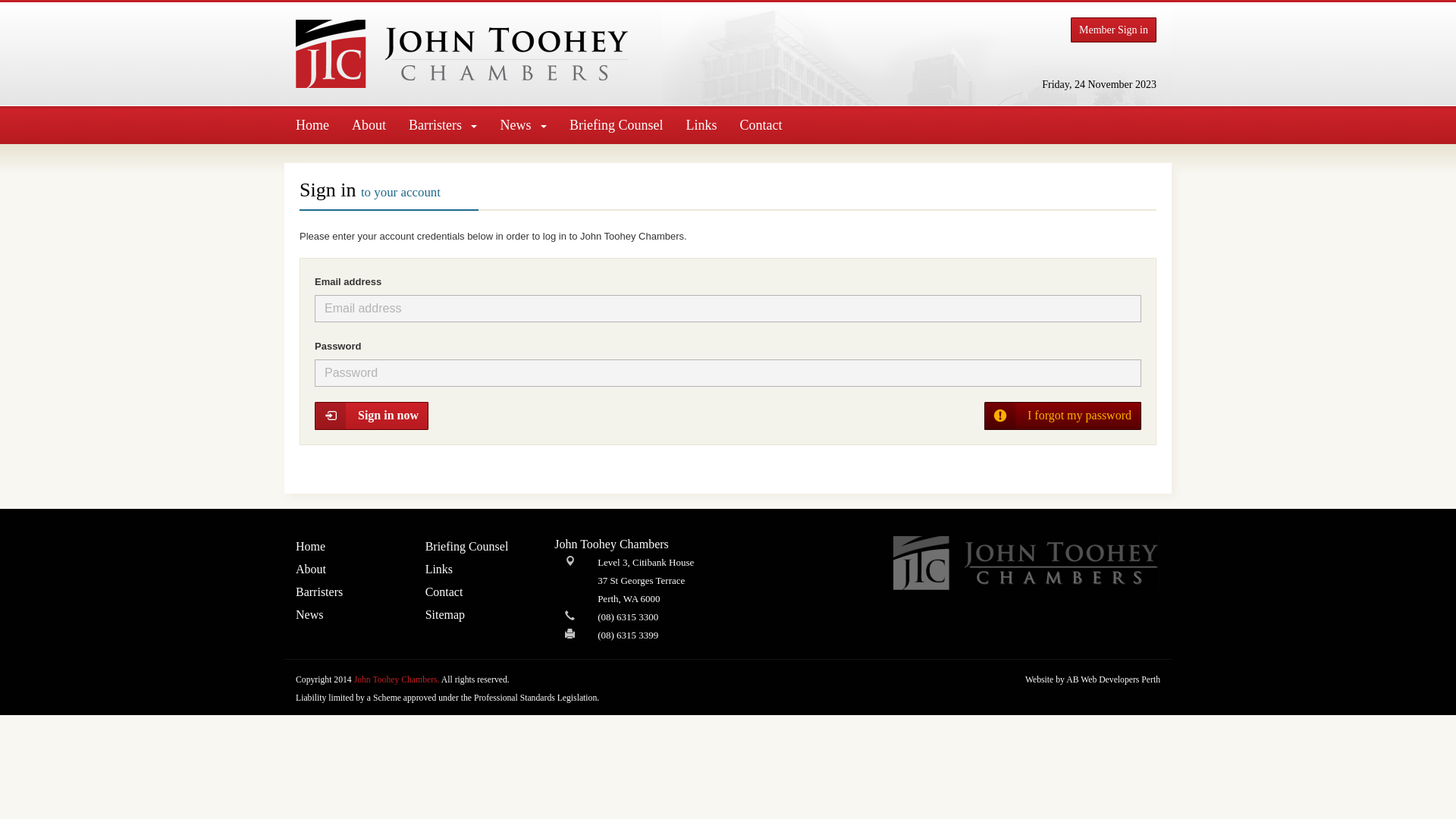 The image size is (1456, 819). Describe the element at coordinates (1113, 30) in the screenshot. I see `'Member Sign in'` at that location.